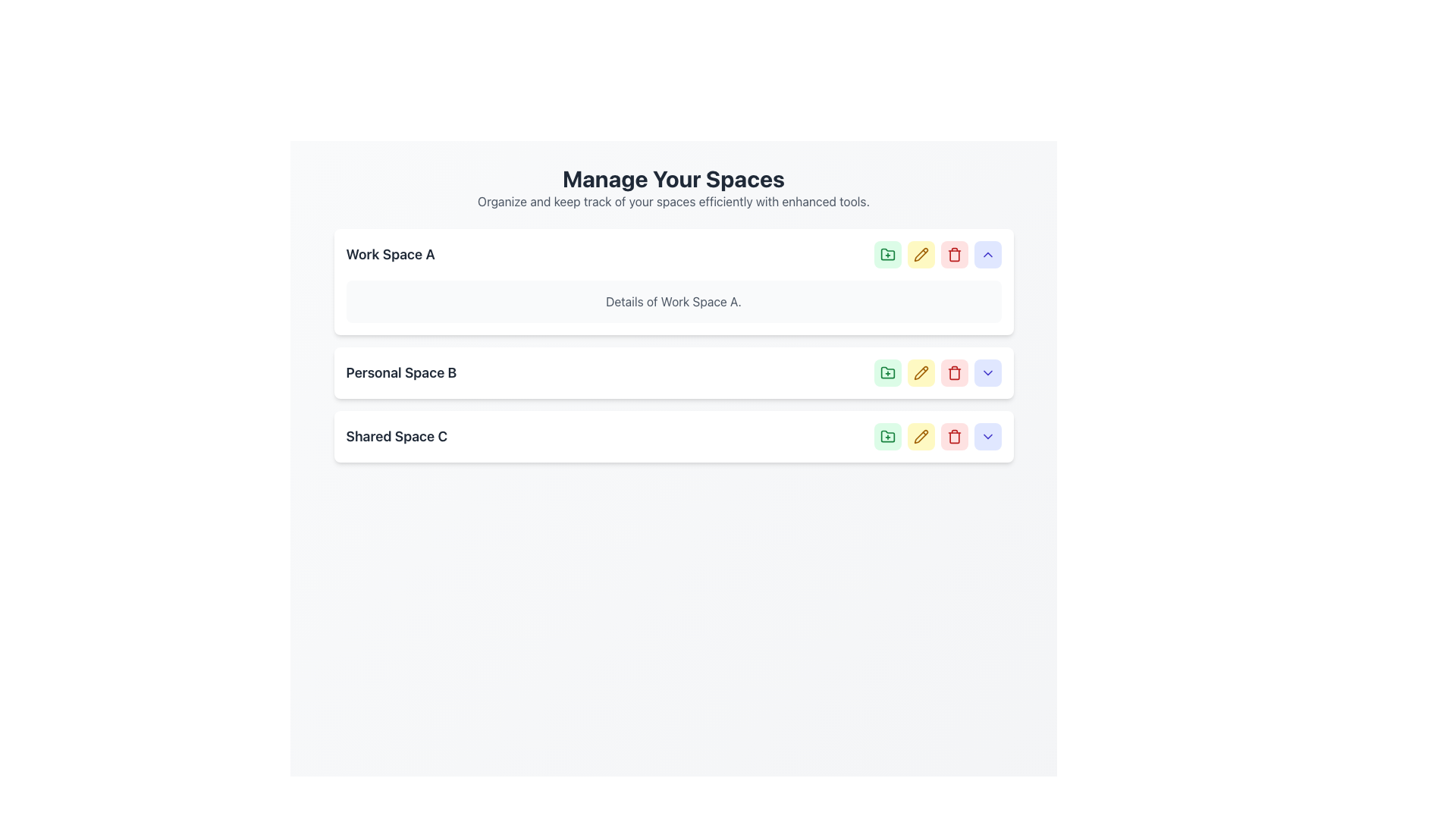 This screenshot has width=1456, height=819. I want to click on the upward arrow icon in the third interactive button on the far right of the top row in the 'Work Space A' section, so click(987, 253).